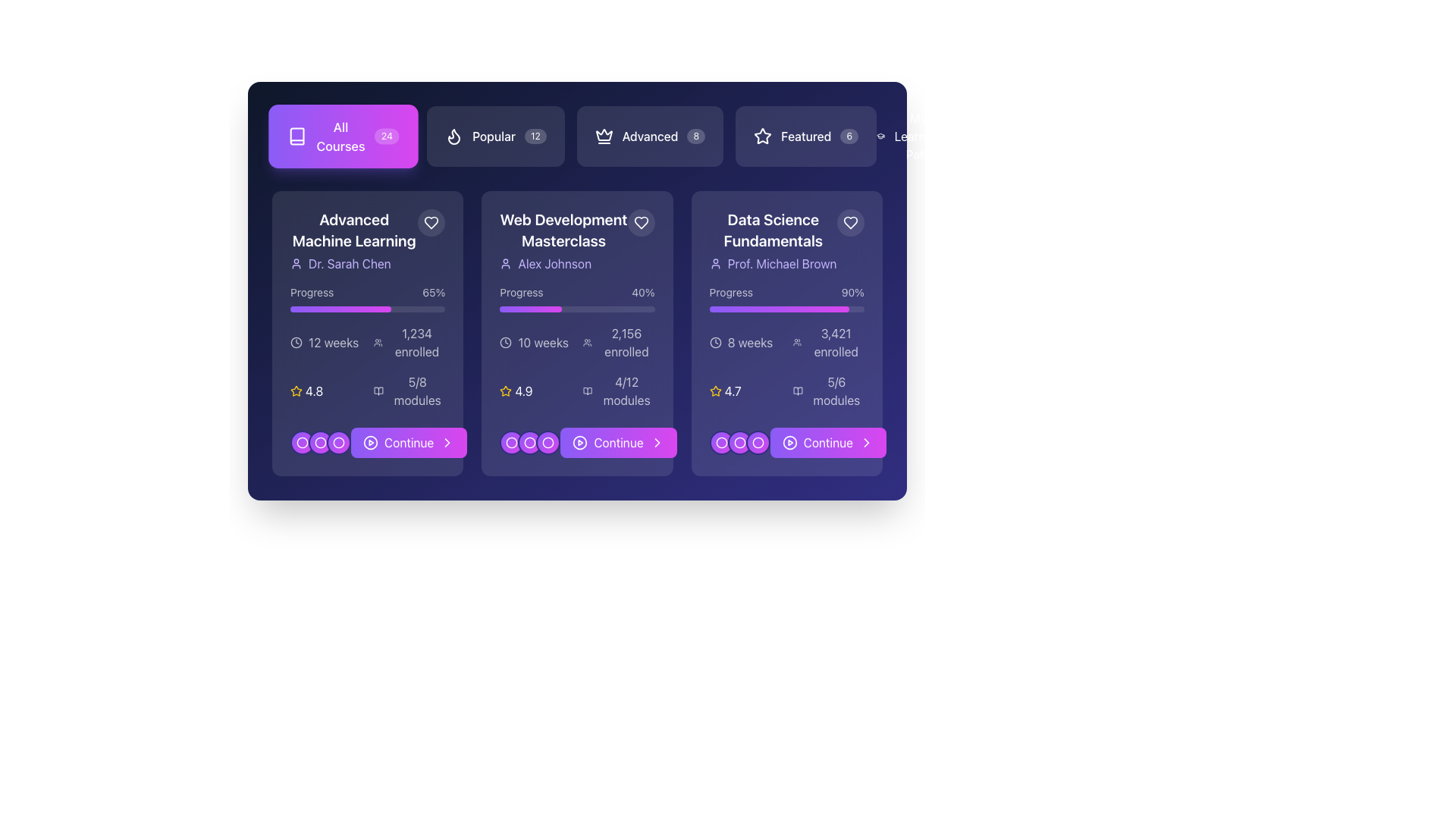  What do you see at coordinates (720, 442) in the screenshot?
I see `the decorative or functional icon located at the bottom of the rightmost card in a row of three cards, among a cluster of circular icons` at bounding box center [720, 442].